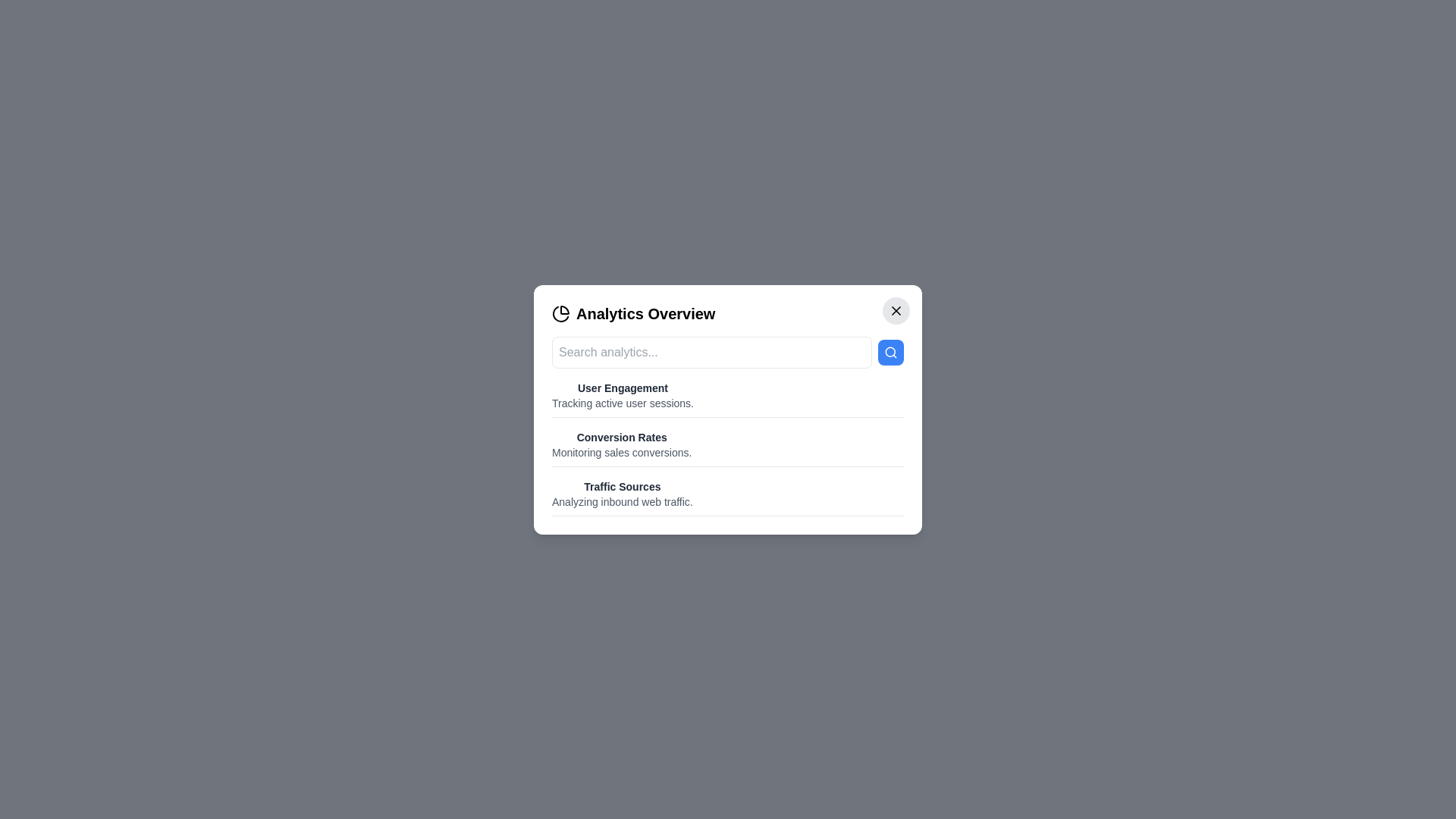  I want to click on the search button in the AnalyticsDialog component, so click(891, 352).